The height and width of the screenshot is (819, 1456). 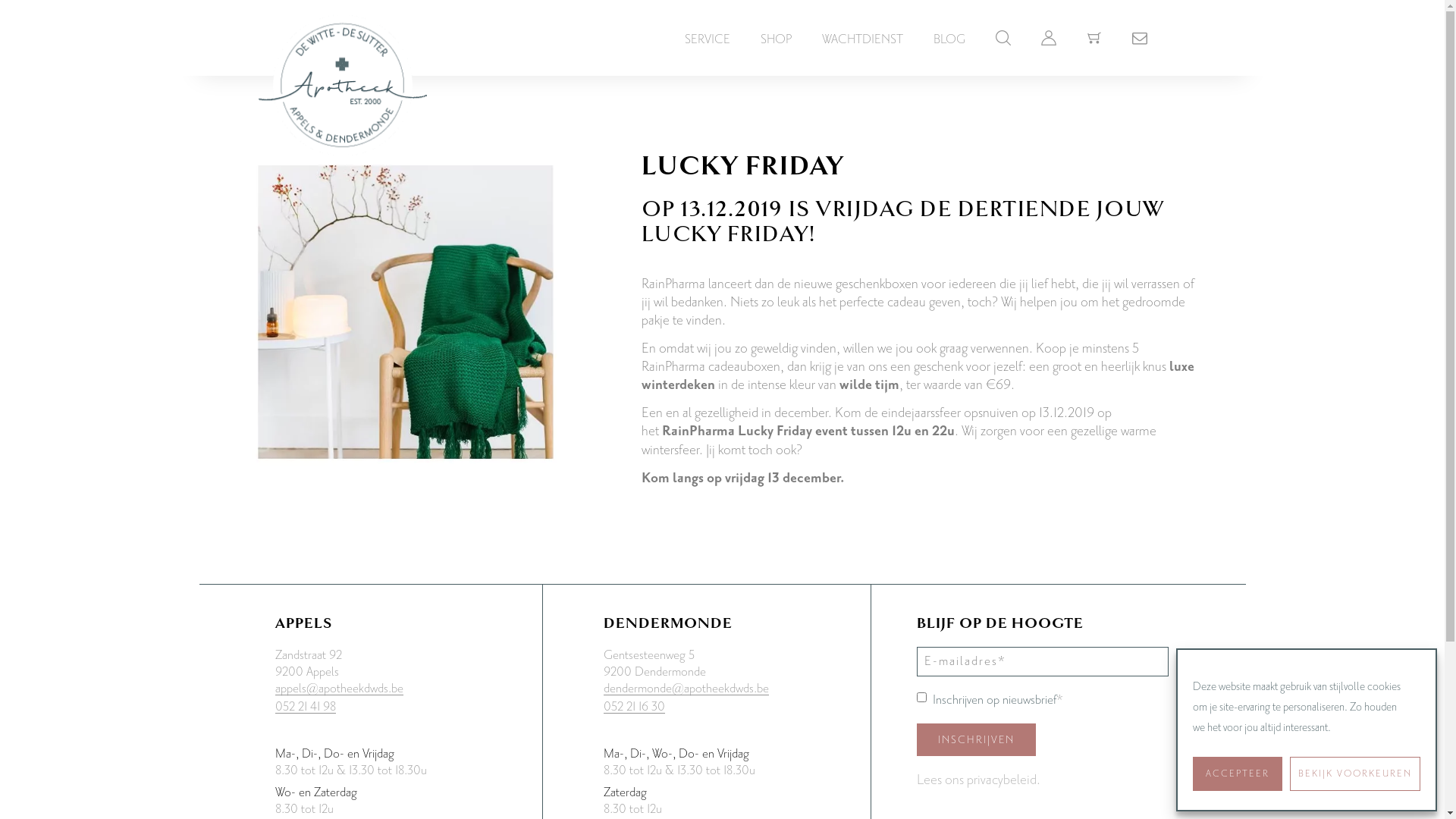 I want to click on 'CONTACT', so click(x=1139, y=34).